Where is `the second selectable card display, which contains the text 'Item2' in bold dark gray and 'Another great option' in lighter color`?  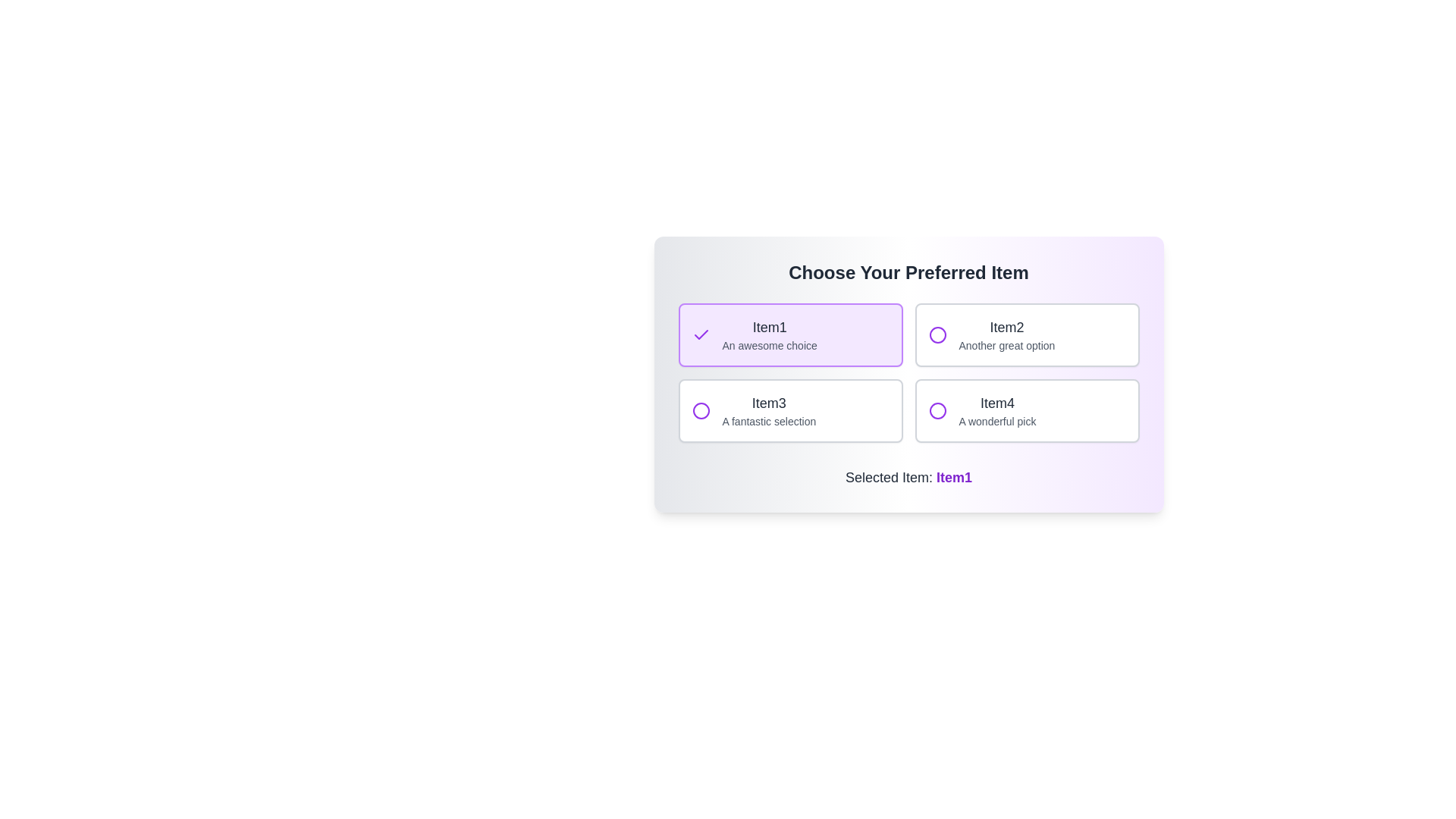
the second selectable card display, which contains the text 'Item2' in bold dark gray and 'Another great option' in lighter color is located at coordinates (1006, 334).